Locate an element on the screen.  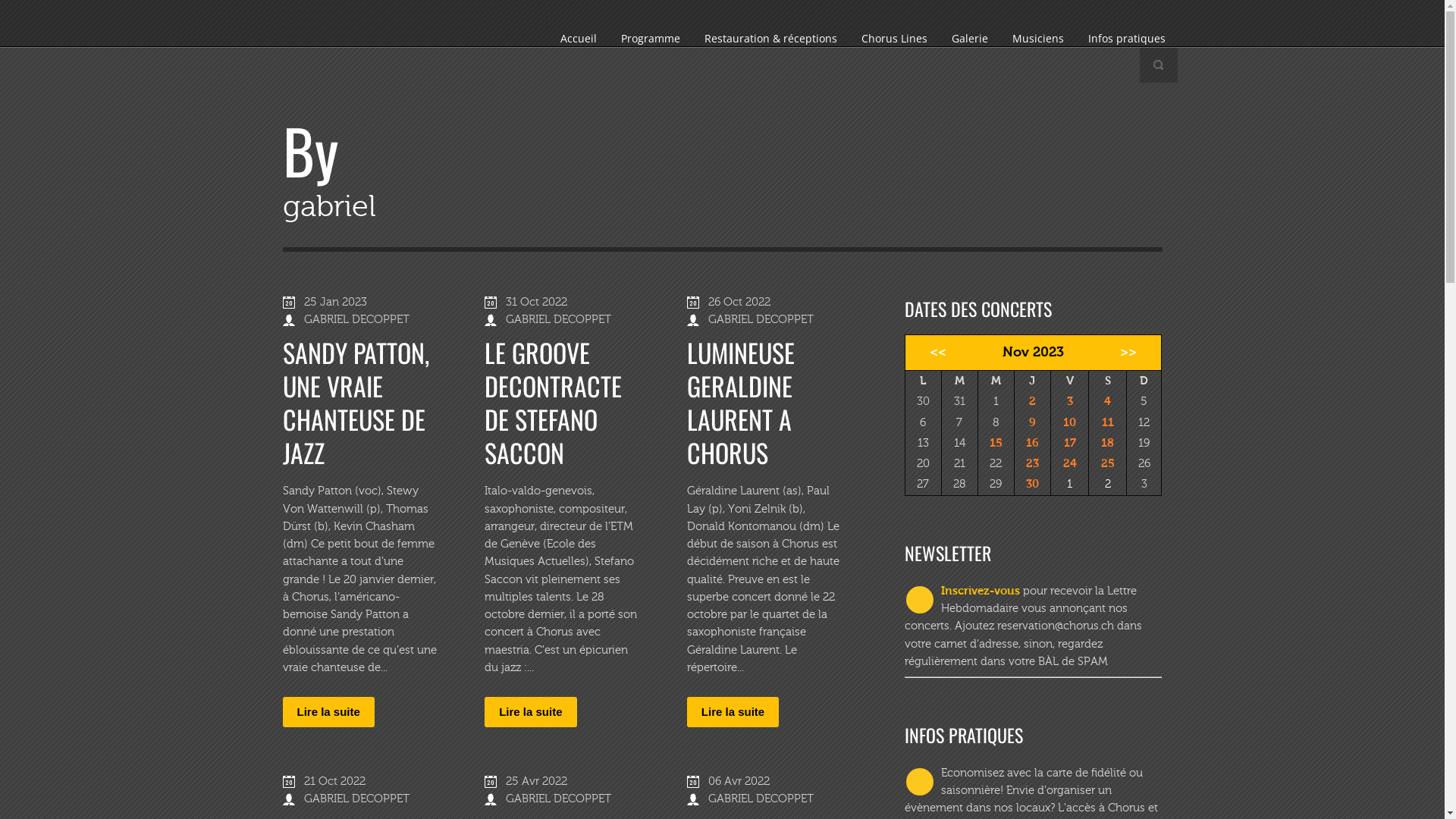
'17' is located at coordinates (1062, 442).